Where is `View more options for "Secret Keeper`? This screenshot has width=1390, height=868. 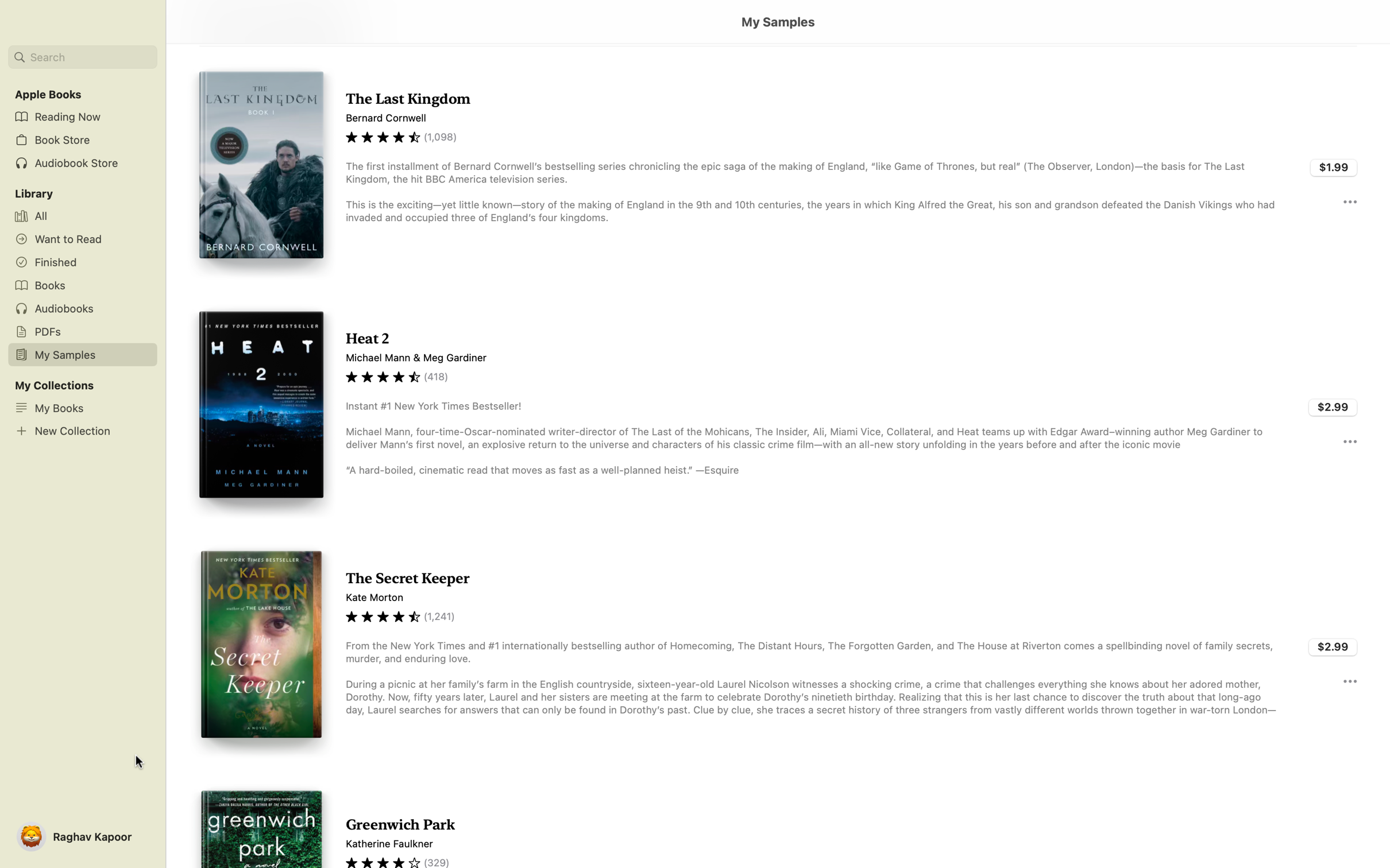 View more options for "Secret Keeper is located at coordinates (4532095, 1429596).